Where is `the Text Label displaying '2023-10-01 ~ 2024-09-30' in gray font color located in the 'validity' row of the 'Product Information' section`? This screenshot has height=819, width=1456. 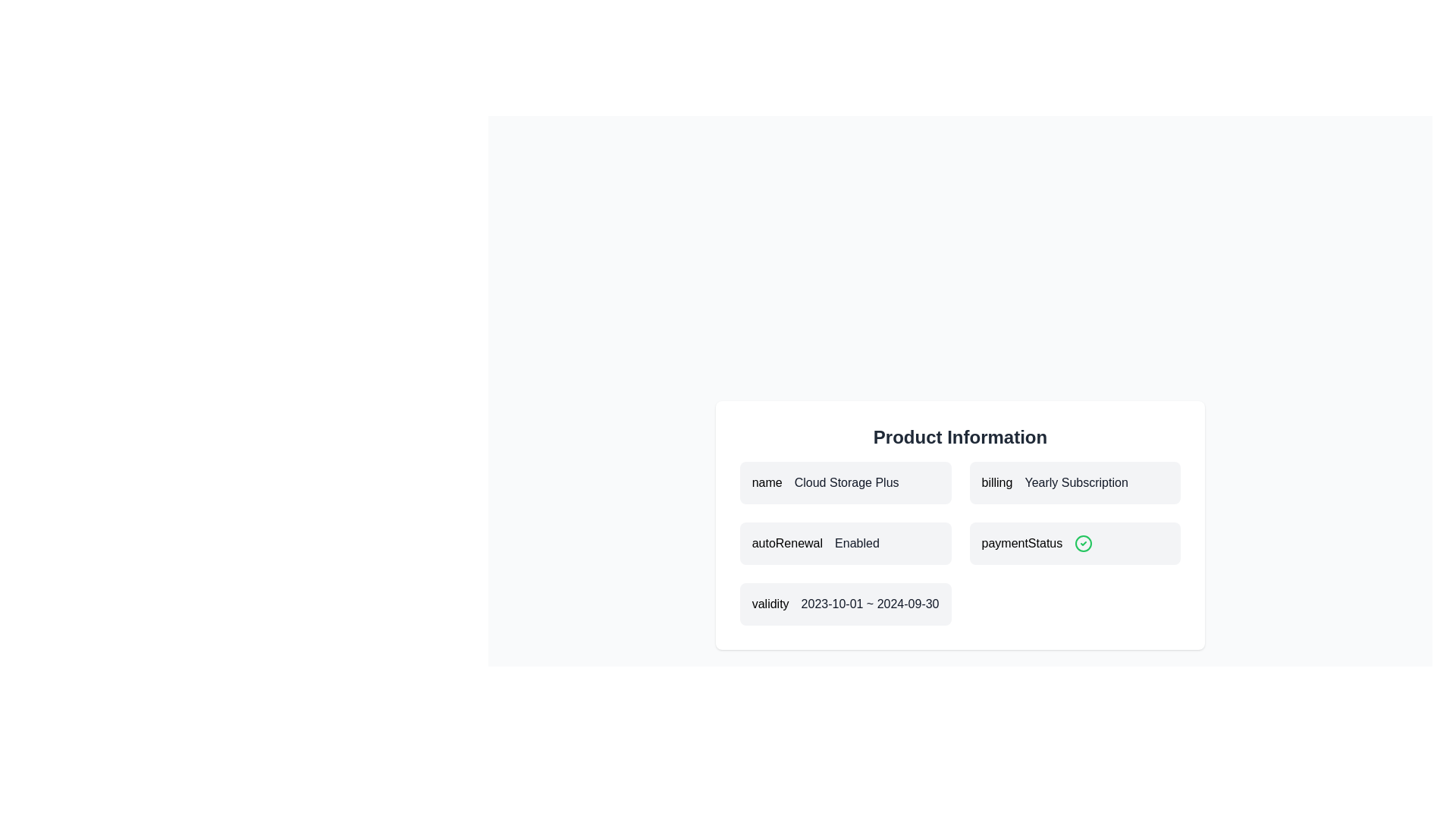
the Text Label displaying '2023-10-01 ~ 2024-09-30' in gray font color located in the 'validity' row of the 'Product Information' section is located at coordinates (870, 603).